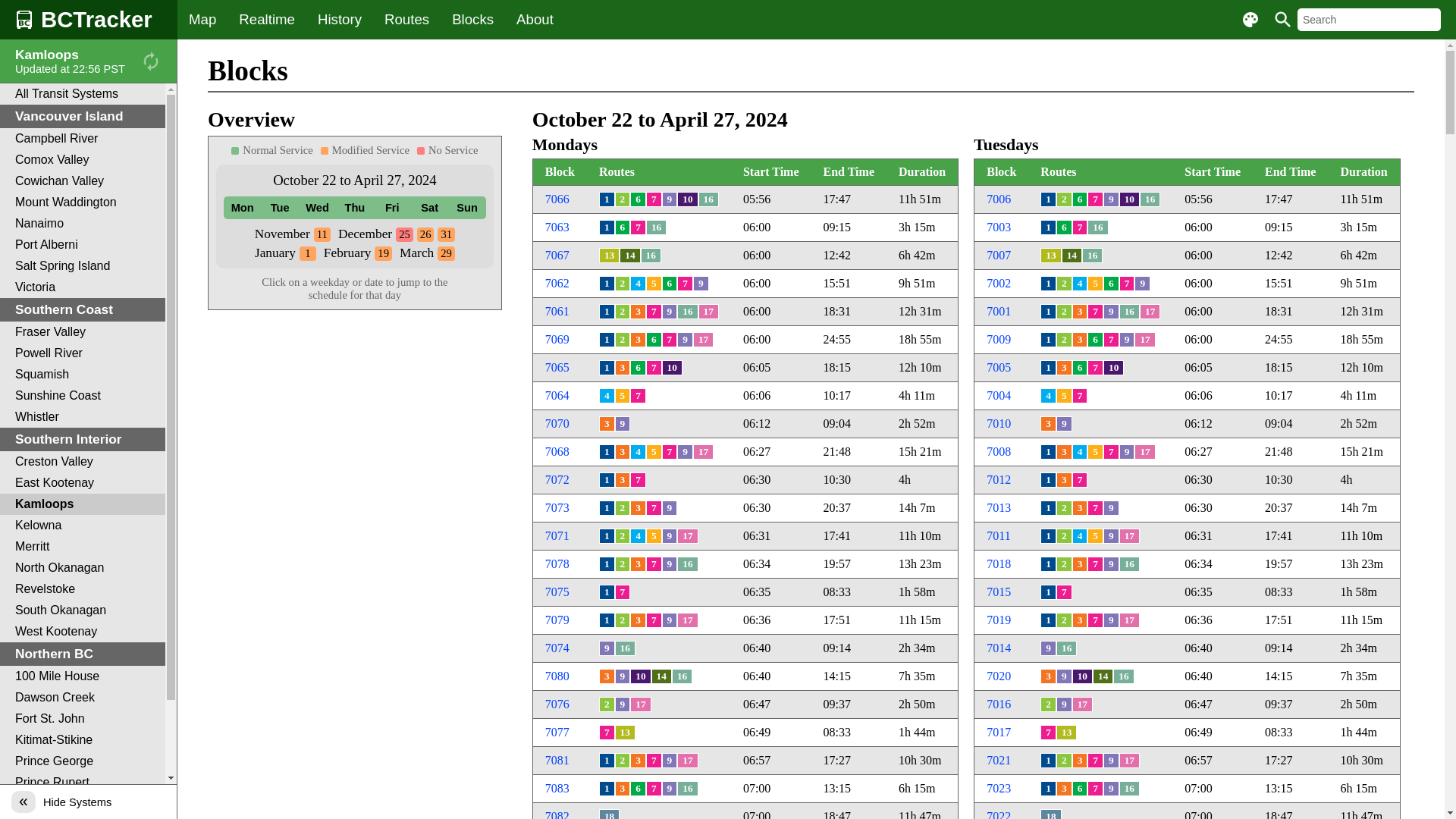 The width and height of the screenshot is (1456, 819). What do you see at coordinates (1095, 198) in the screenshot?
I see `'7'` at bounding box center [1095, 198].